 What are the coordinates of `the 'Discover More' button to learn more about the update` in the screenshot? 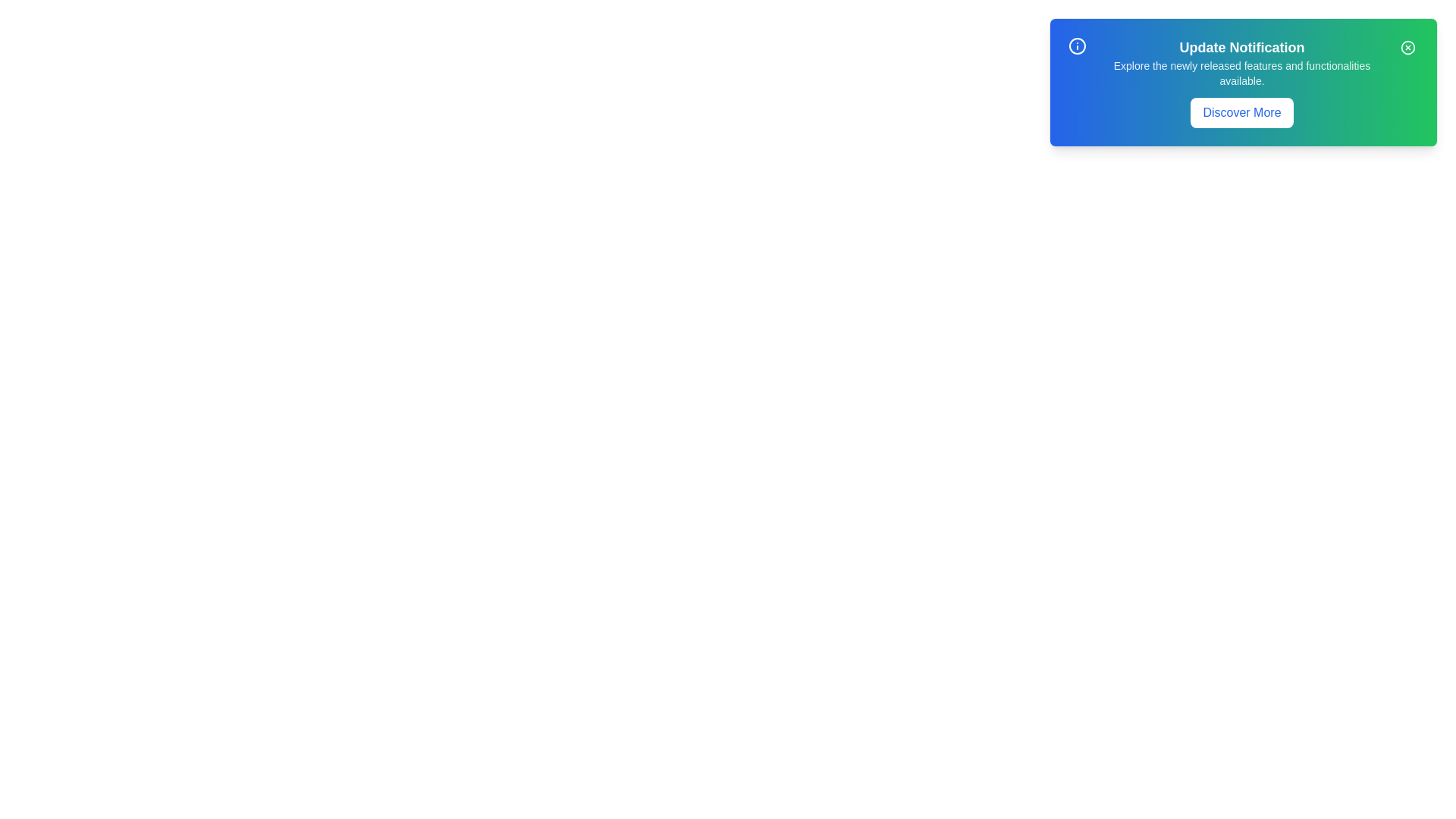 It's located at (1241, 112).